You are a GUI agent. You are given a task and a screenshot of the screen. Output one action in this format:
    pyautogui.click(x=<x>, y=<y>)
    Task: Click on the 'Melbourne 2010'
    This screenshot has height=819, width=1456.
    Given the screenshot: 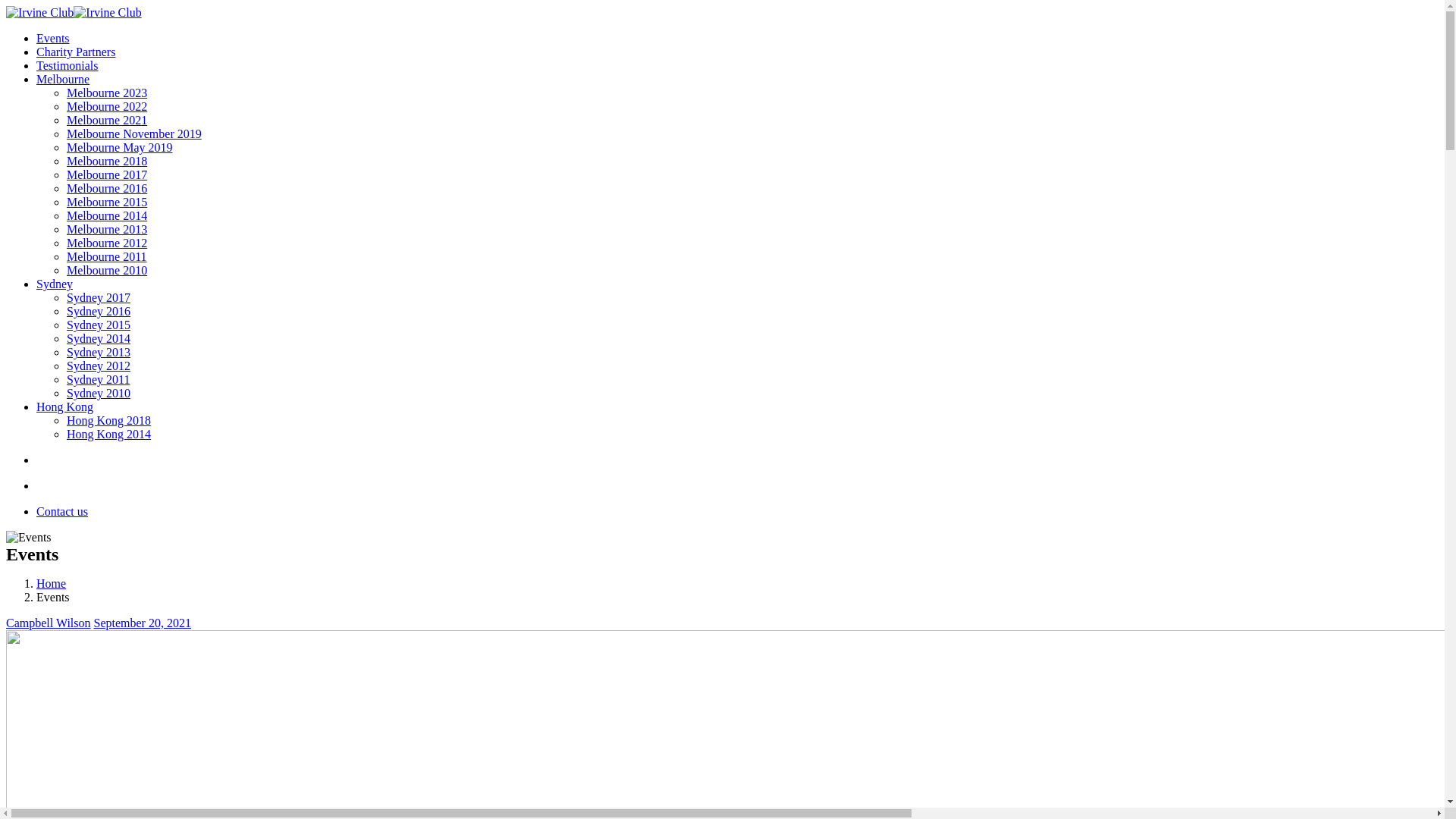 What is the action you would take?
    pyautogui.click(x=65, y=269)
    